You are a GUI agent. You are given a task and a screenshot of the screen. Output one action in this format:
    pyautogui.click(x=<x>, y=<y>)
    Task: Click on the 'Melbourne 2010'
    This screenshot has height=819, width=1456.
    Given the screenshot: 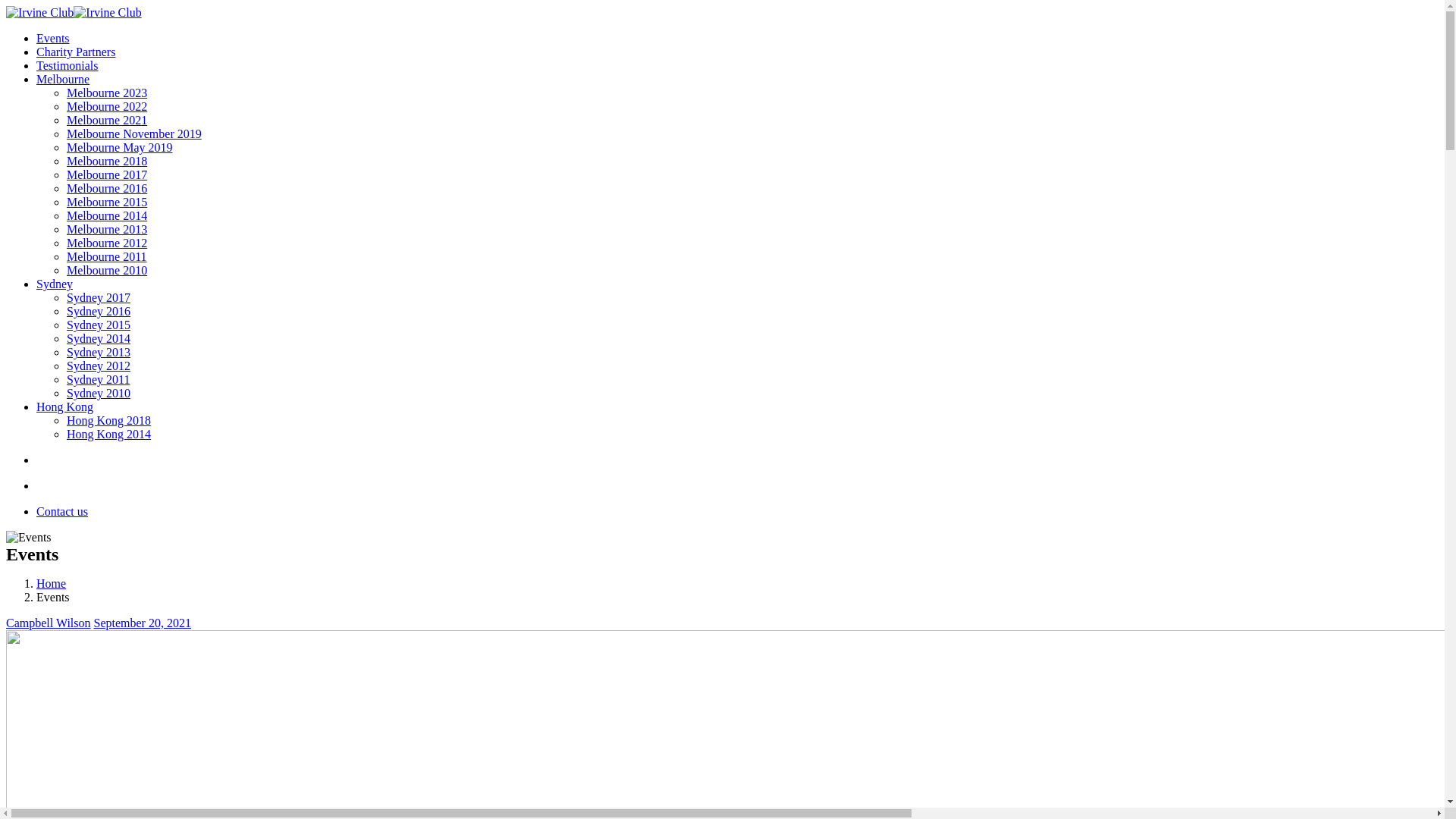 What is the action you would take?
    pyautogui.click(x=65, y=269)
    